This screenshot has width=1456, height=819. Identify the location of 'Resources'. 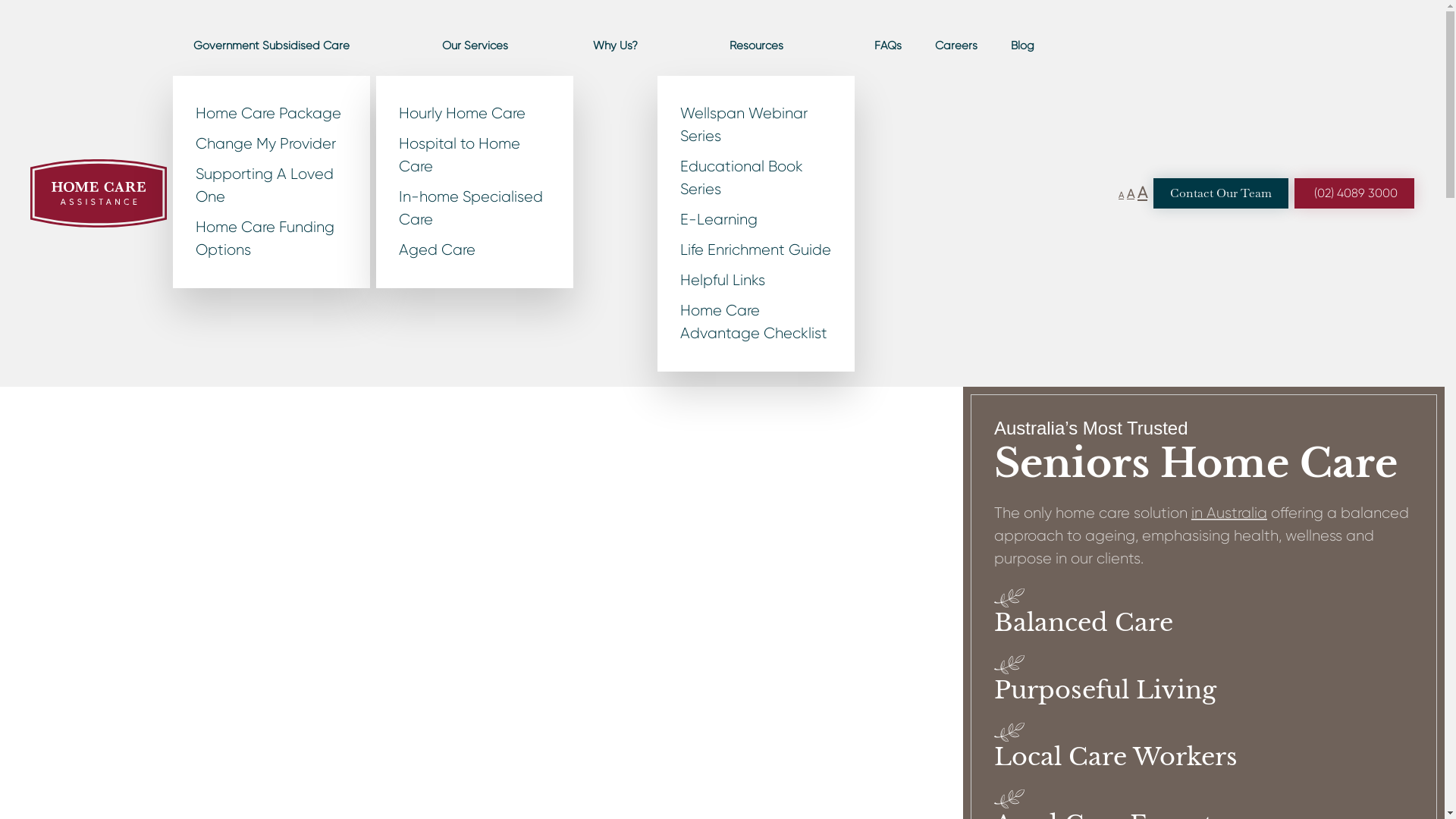
(756, 45).